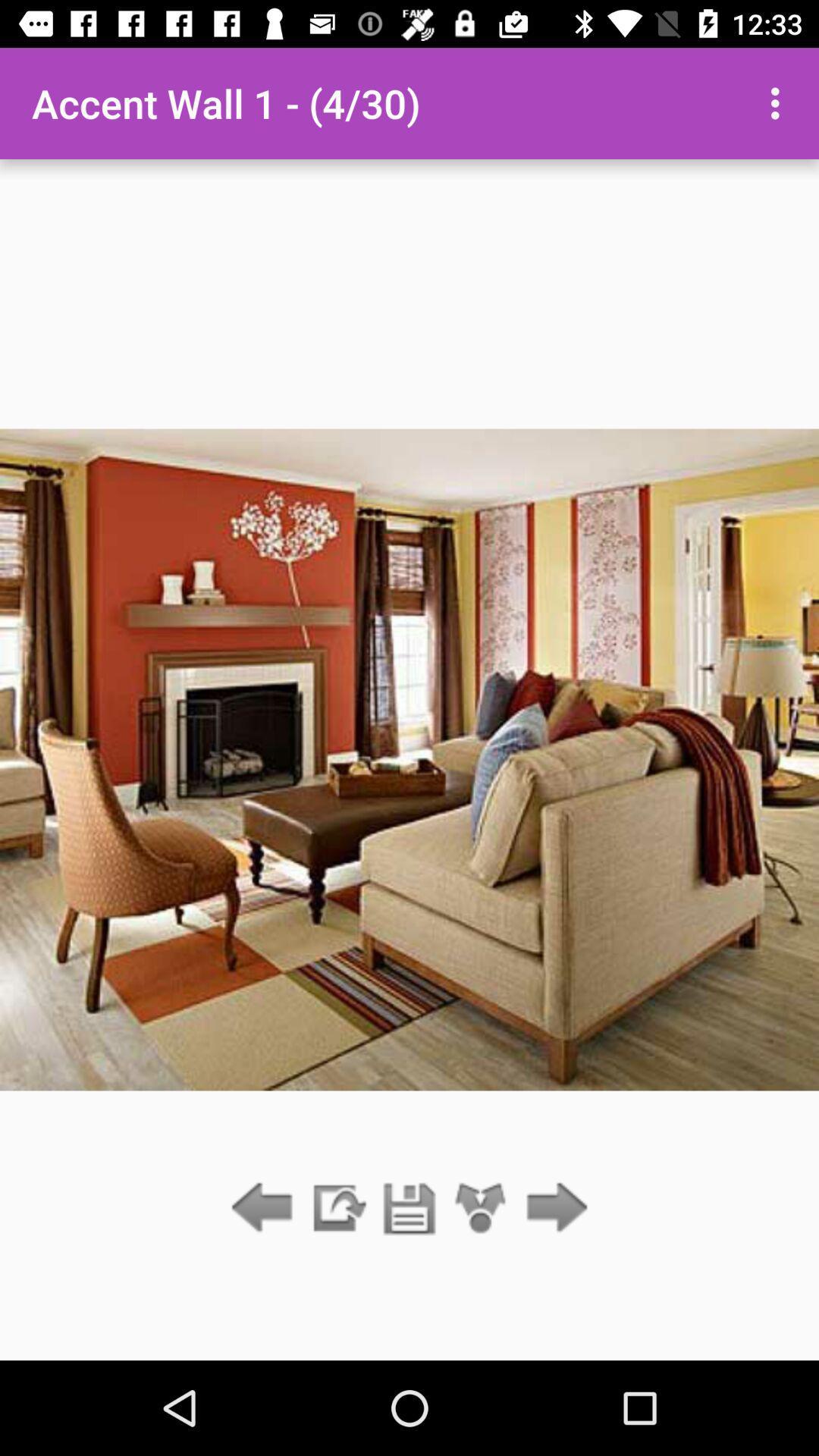 This screenshot has height=1456, width=819. Describe the element at coordinates (265, 1208) in the screenshot. I see `go back` at that location.